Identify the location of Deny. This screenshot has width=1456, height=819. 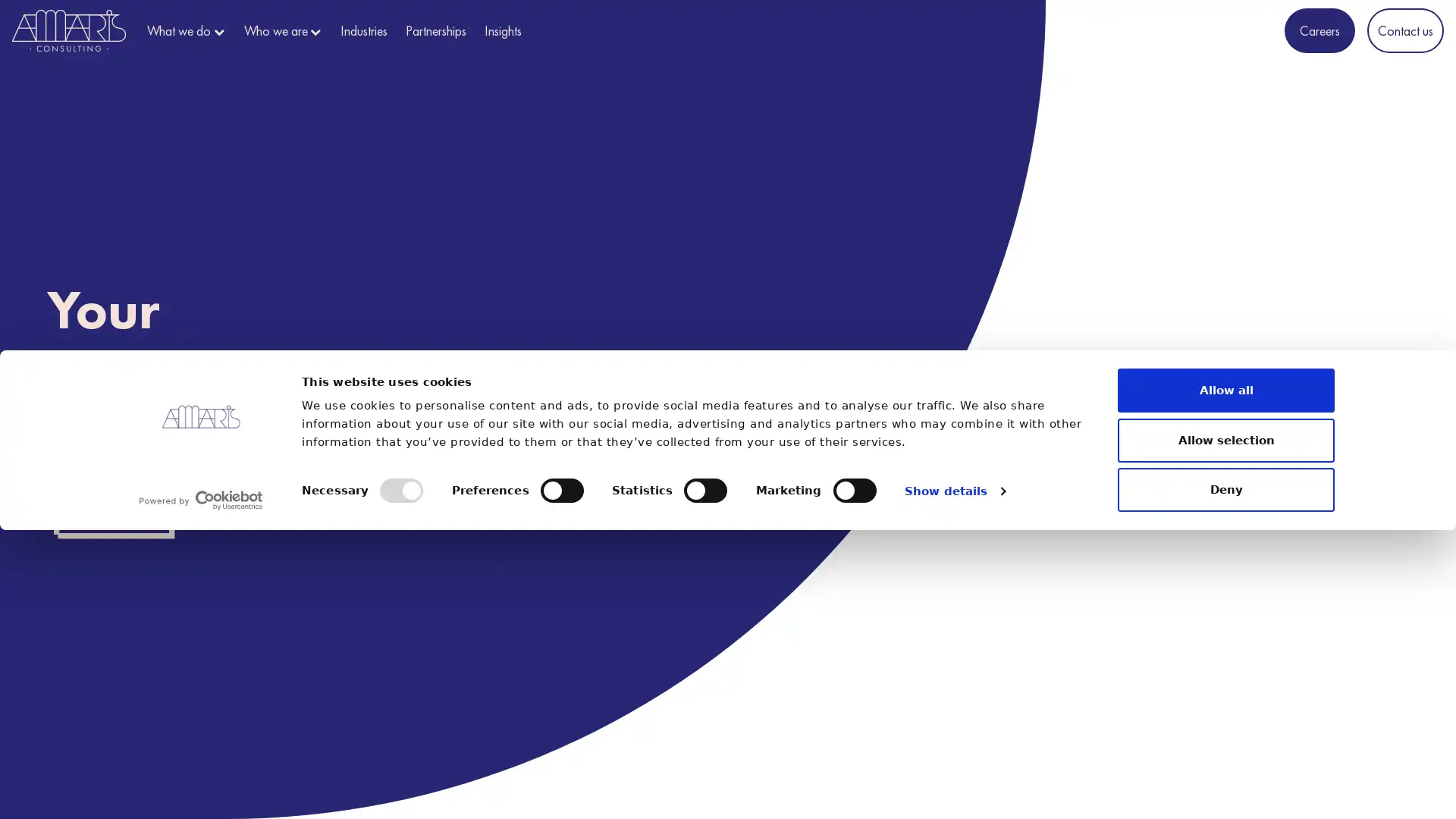
(1226, 778).